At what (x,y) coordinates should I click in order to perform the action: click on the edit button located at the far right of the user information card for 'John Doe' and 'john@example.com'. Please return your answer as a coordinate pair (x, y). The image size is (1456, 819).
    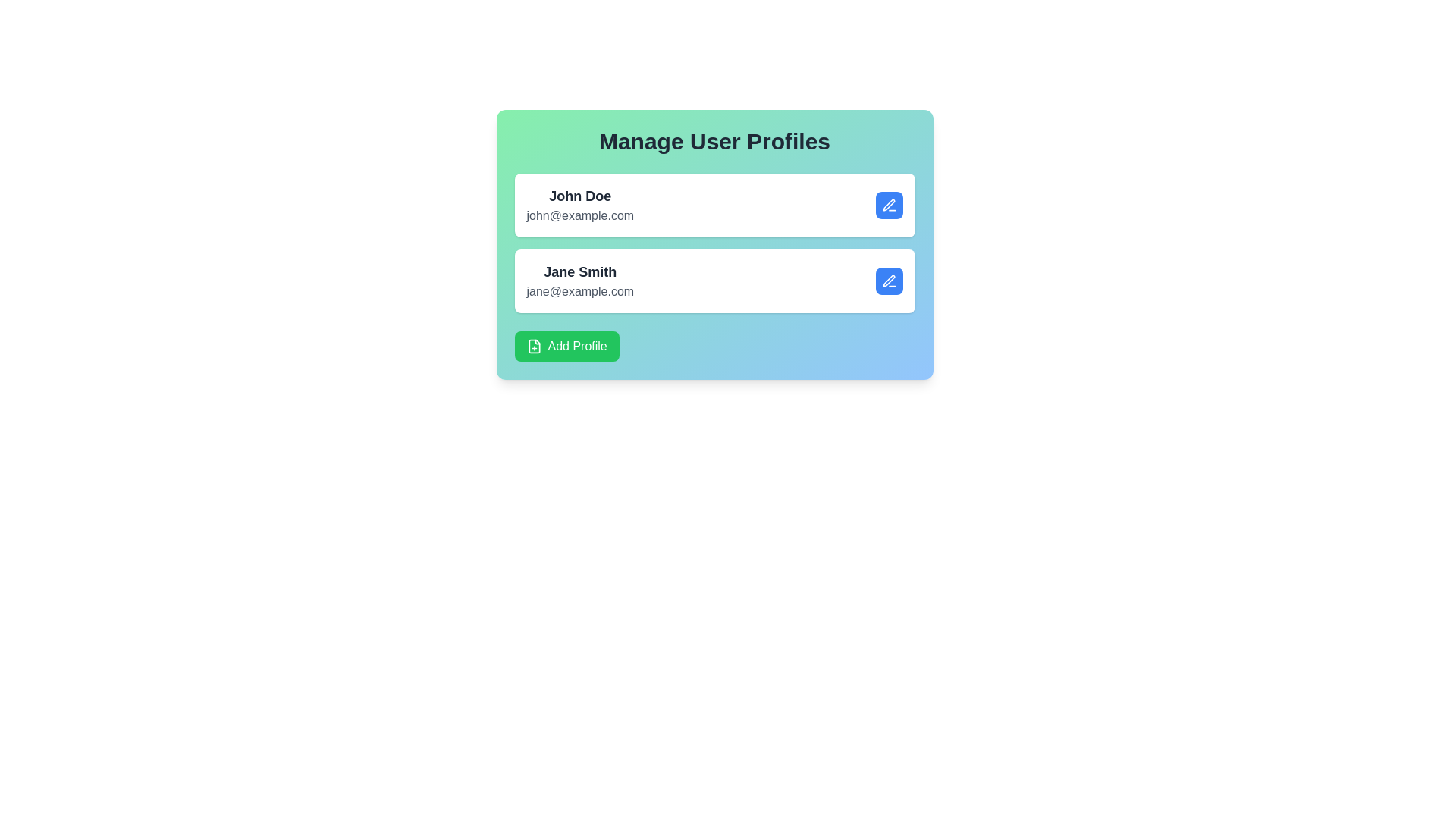
    Looking at the image, I should click on (889, 205).